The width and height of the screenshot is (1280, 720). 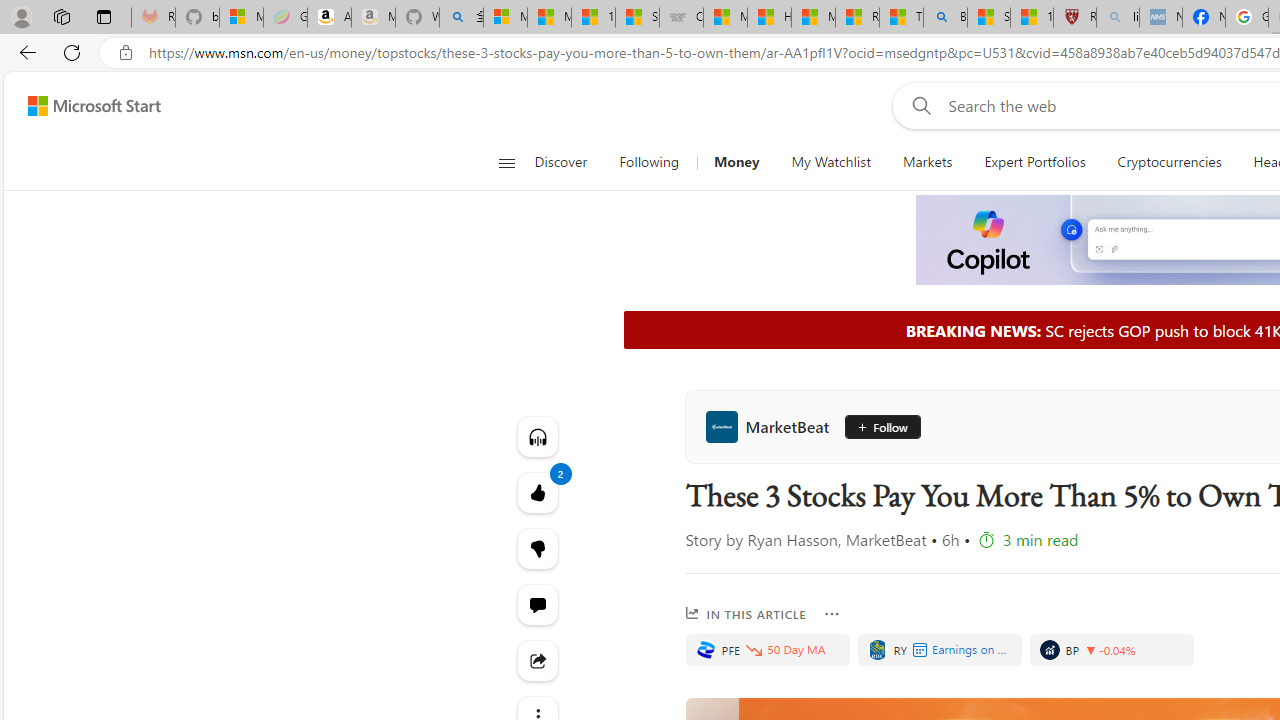 What do you see at coordinates (1169, 162) in the screenshot?
I see `'Cryptocurrencies'` at bounding box center [1169, 162].